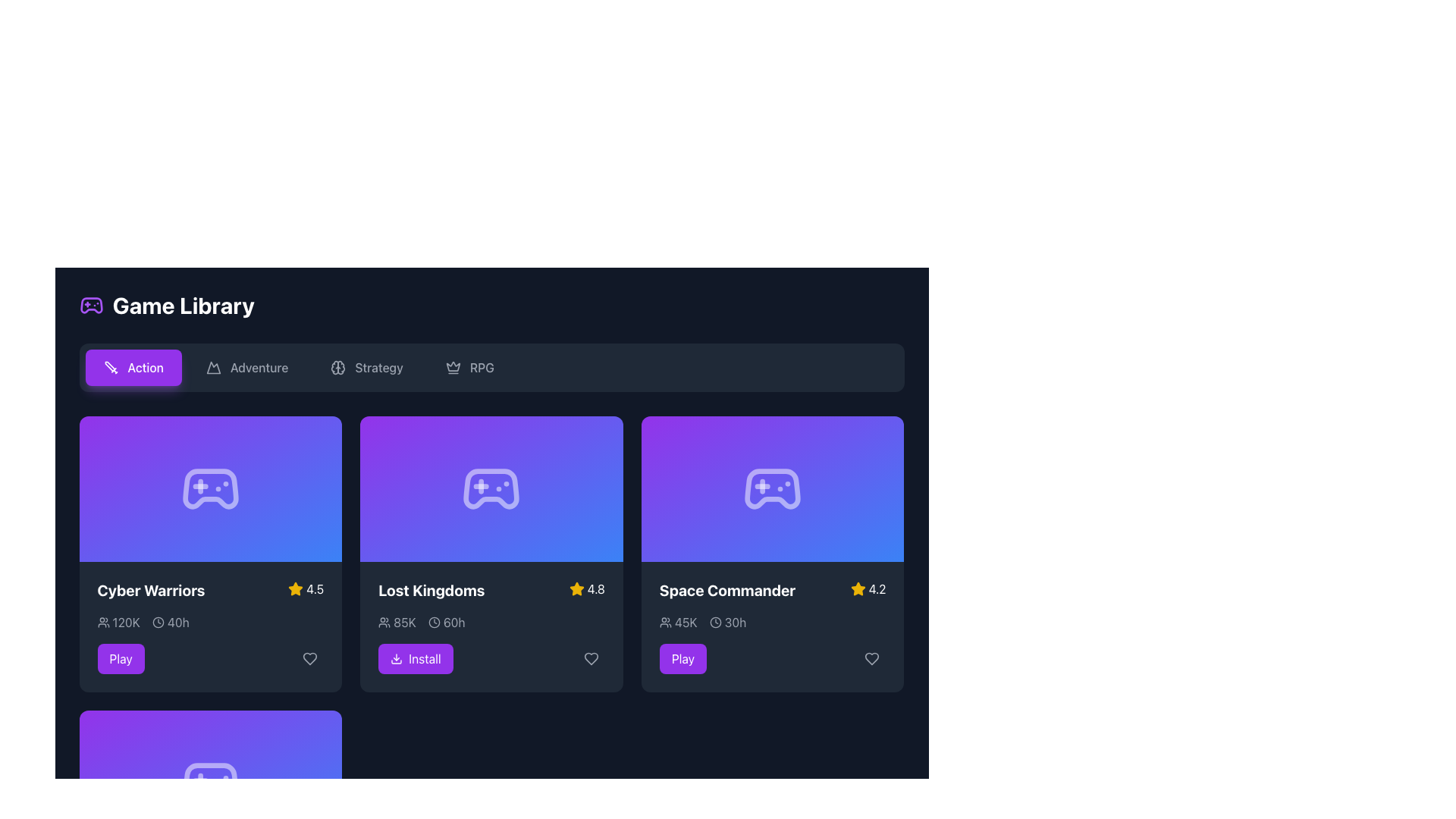 The width and height of the screenshot is (1456, 819). Describe the element at coordinates (367, 368) in the screenshot. I see `the 'Strategy' button, which is a horizontal button with a gray label and a brain icon, located in the row of category buttons between 'Adventure' and 'RPG'` at that location.